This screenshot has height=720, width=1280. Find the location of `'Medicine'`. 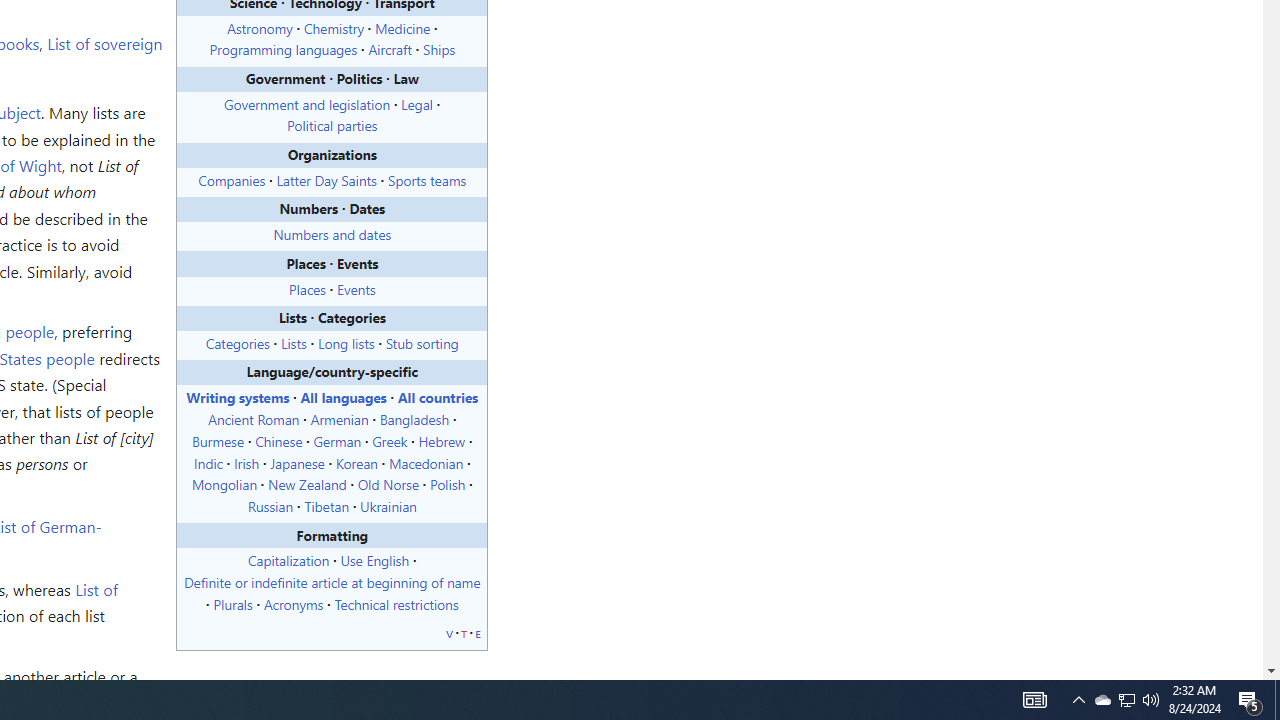

'Medicine' is located at coordinates (402, 27).